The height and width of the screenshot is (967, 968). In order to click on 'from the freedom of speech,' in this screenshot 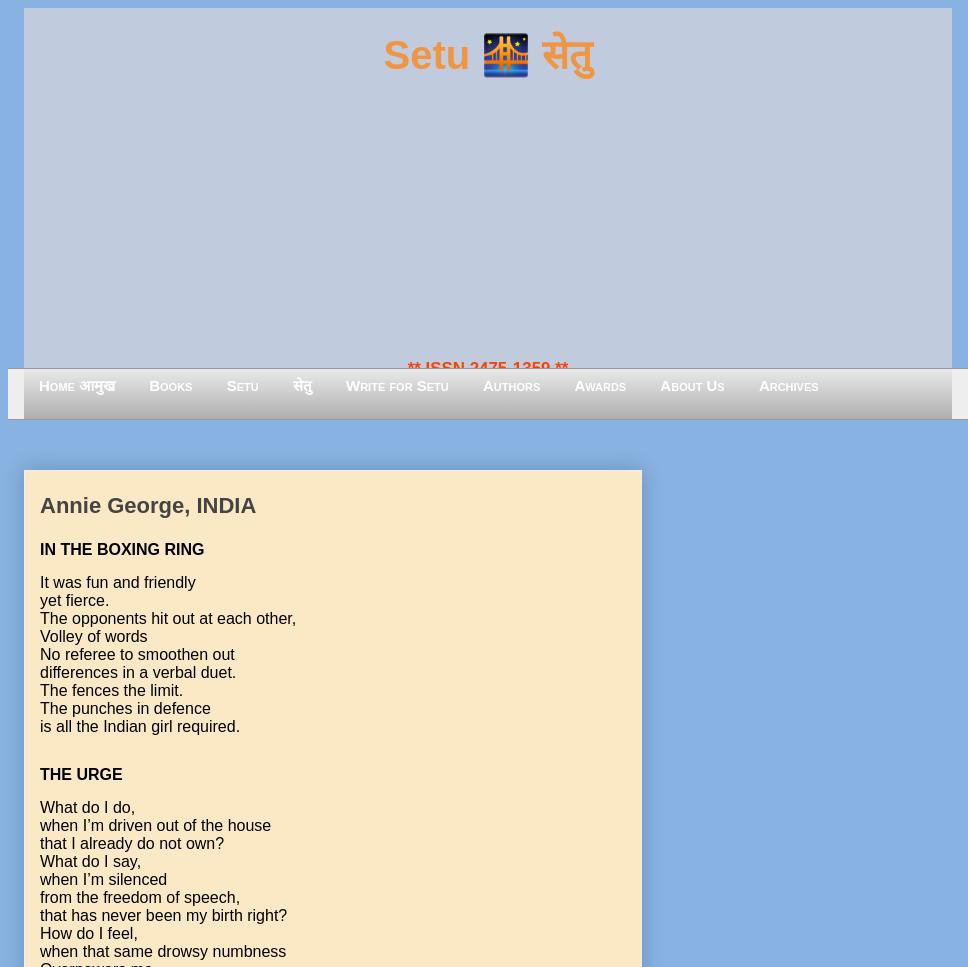, I will do `click(138, 897)`.